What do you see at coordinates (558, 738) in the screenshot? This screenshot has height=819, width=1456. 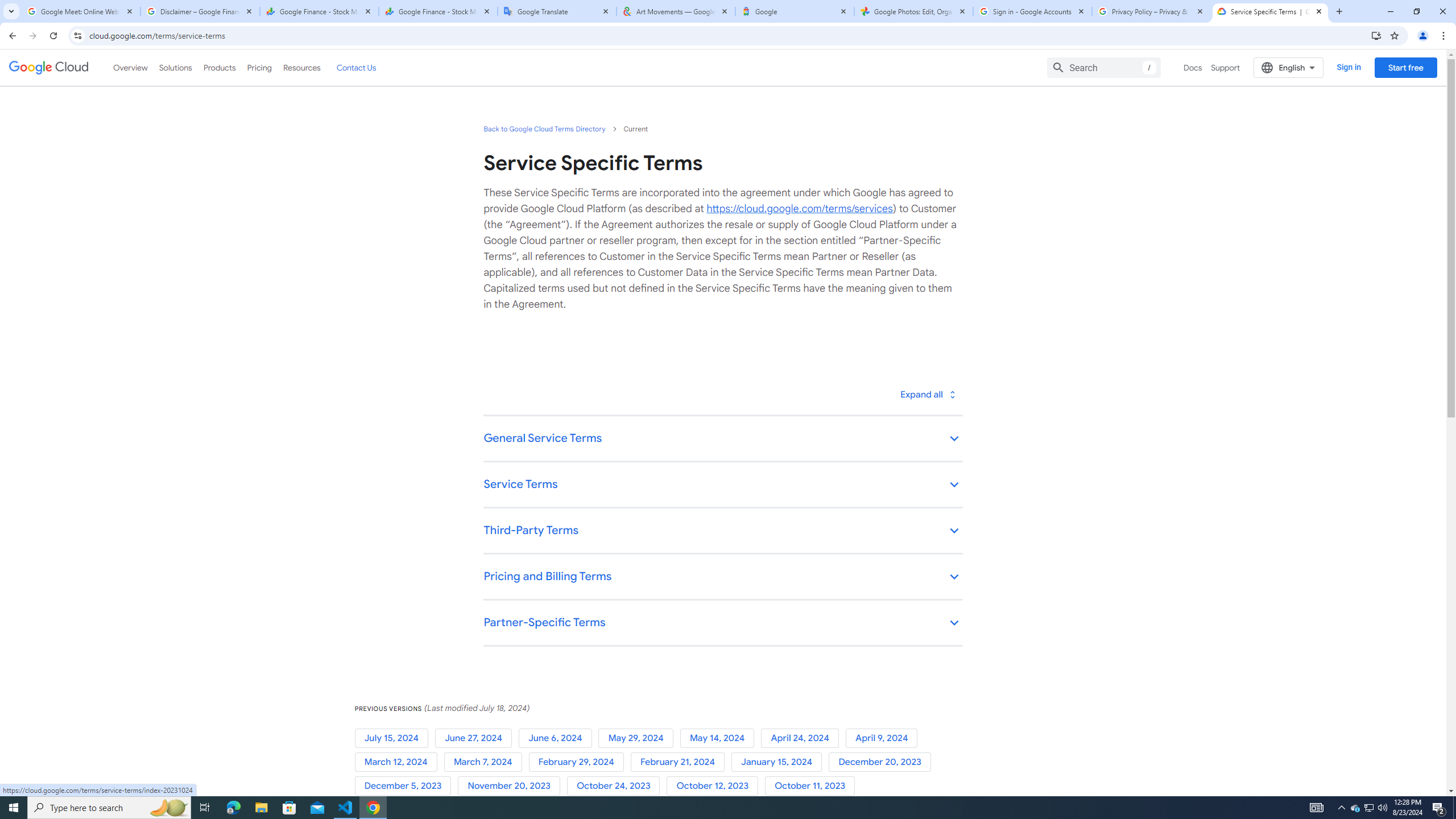 I see `'June 6, 2024'` at bounding box center [558, 738].